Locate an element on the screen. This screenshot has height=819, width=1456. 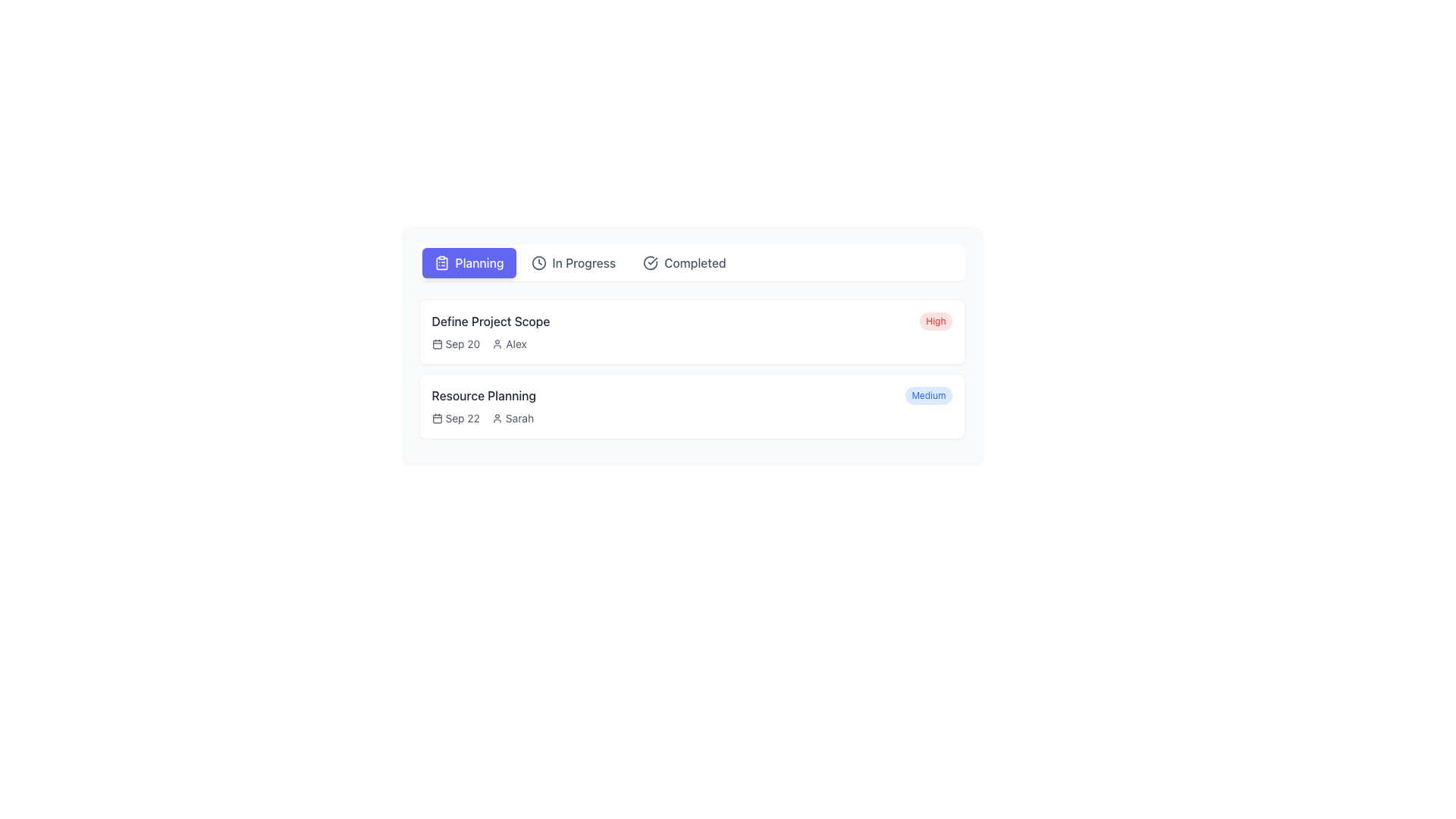
the central rectangular icon with rounded corners that is part of the larger calendar icon component in the UI layout is located at coordinates (436, 419).